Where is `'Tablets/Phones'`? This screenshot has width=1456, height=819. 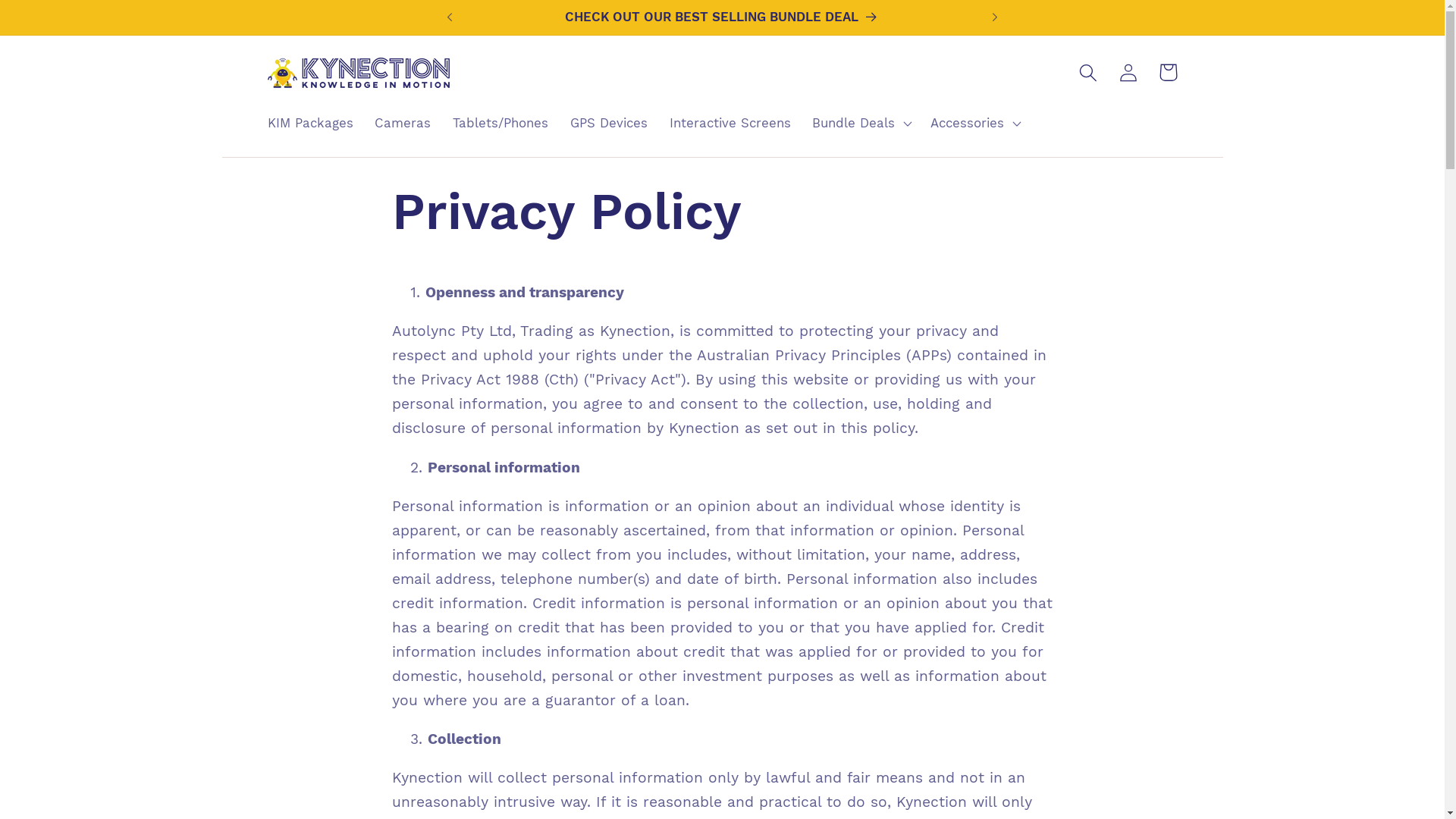
'Tablets/Phones' is located at coordinates (500, 122).